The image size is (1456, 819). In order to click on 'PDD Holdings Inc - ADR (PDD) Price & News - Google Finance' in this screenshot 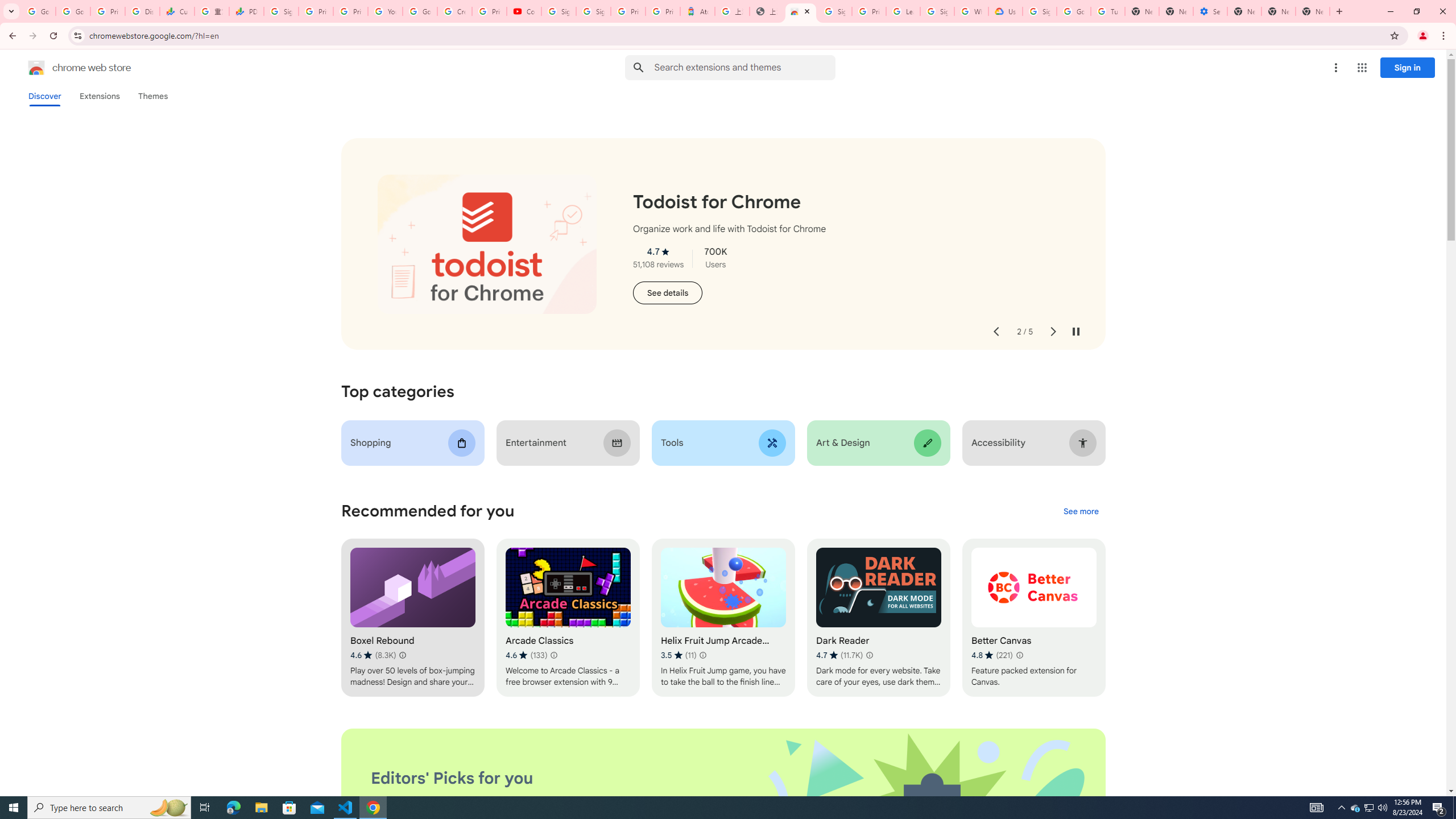, I will do `click(246, 11)`.